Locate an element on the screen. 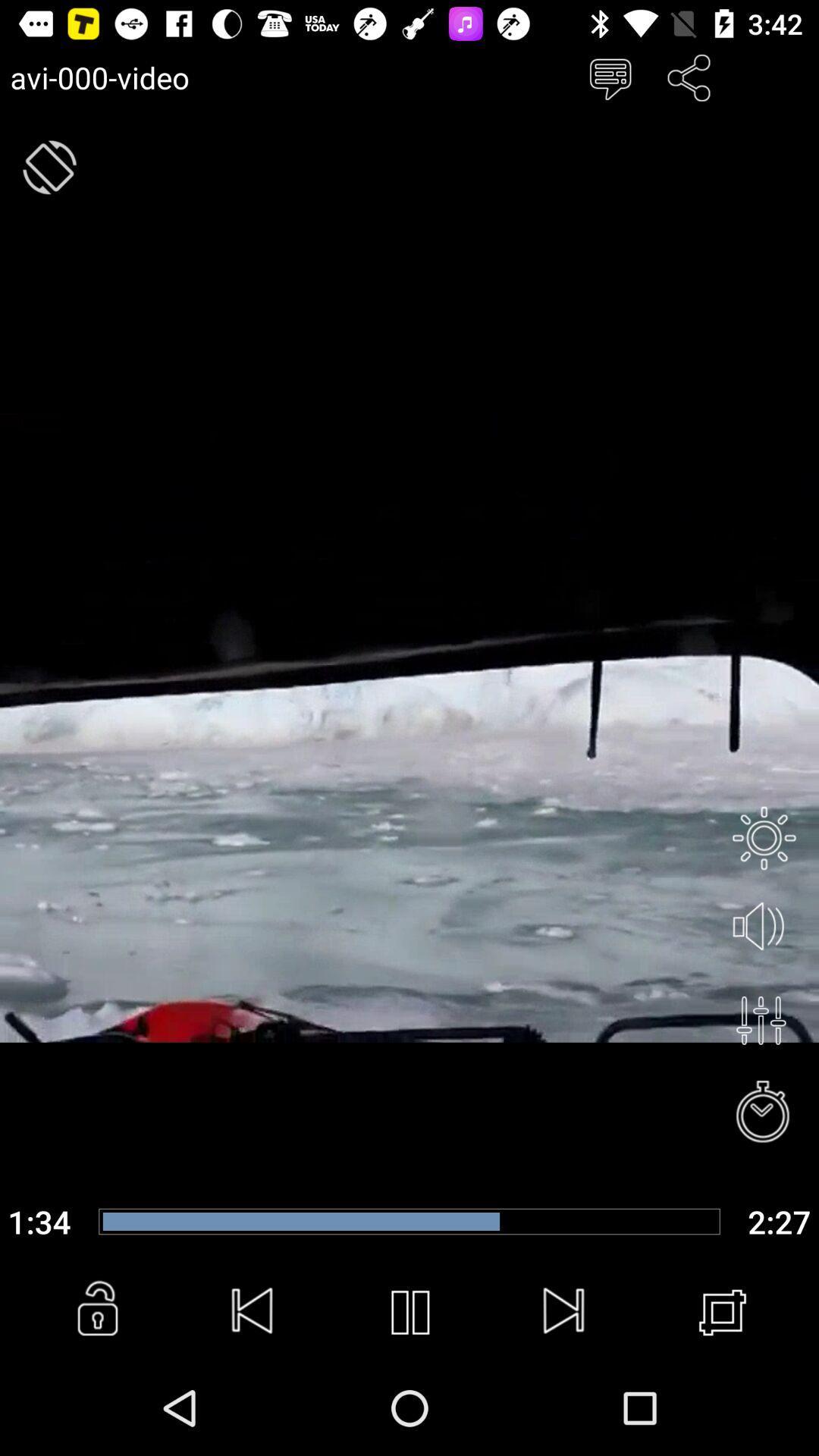 The image size is (819, 1456). rotate the screen is located at coordinates (49, 167).